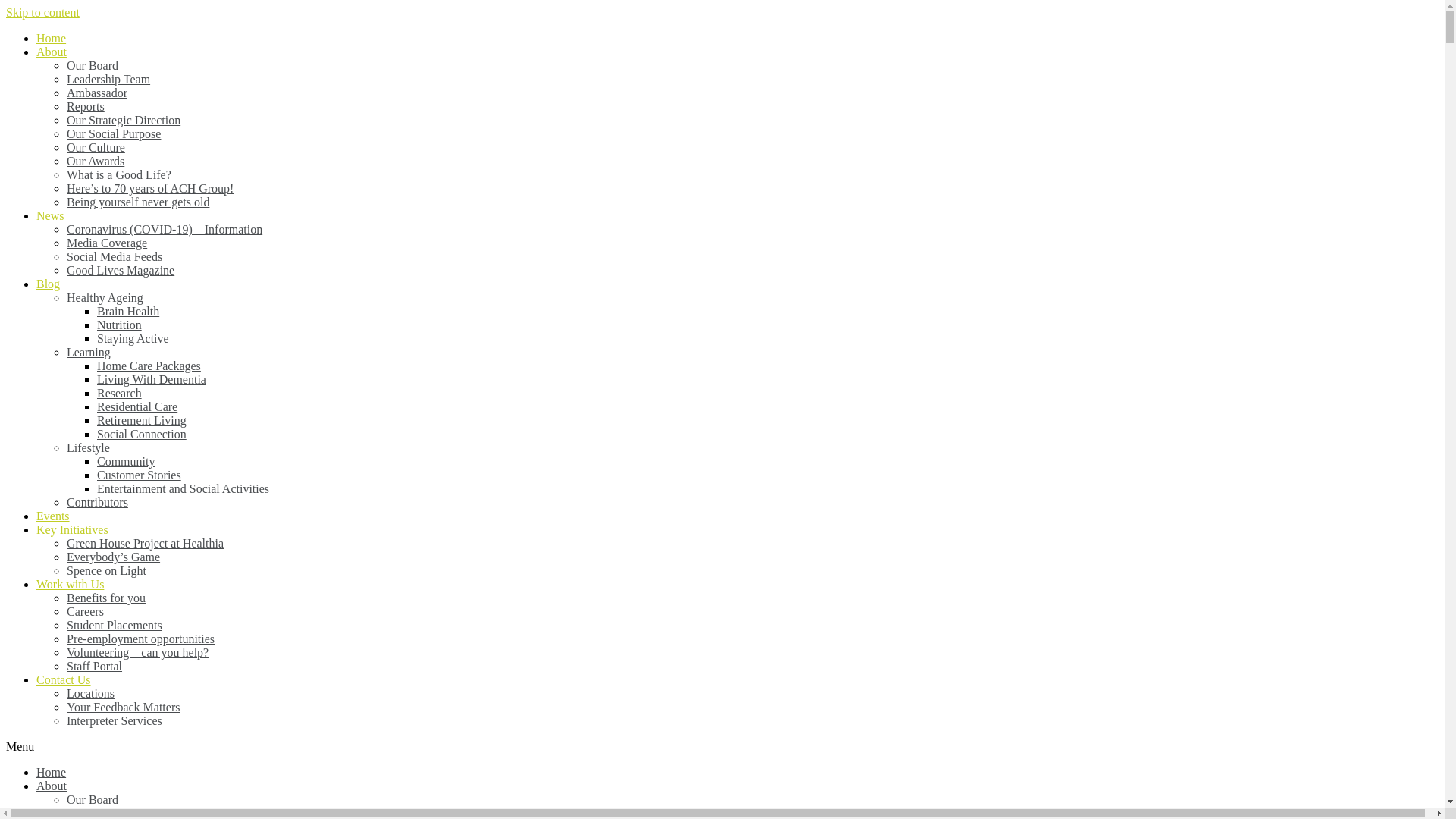  Describe the element at coordinates (108, 79) in the screenshot. I see `'Leadership Team'` at that location.